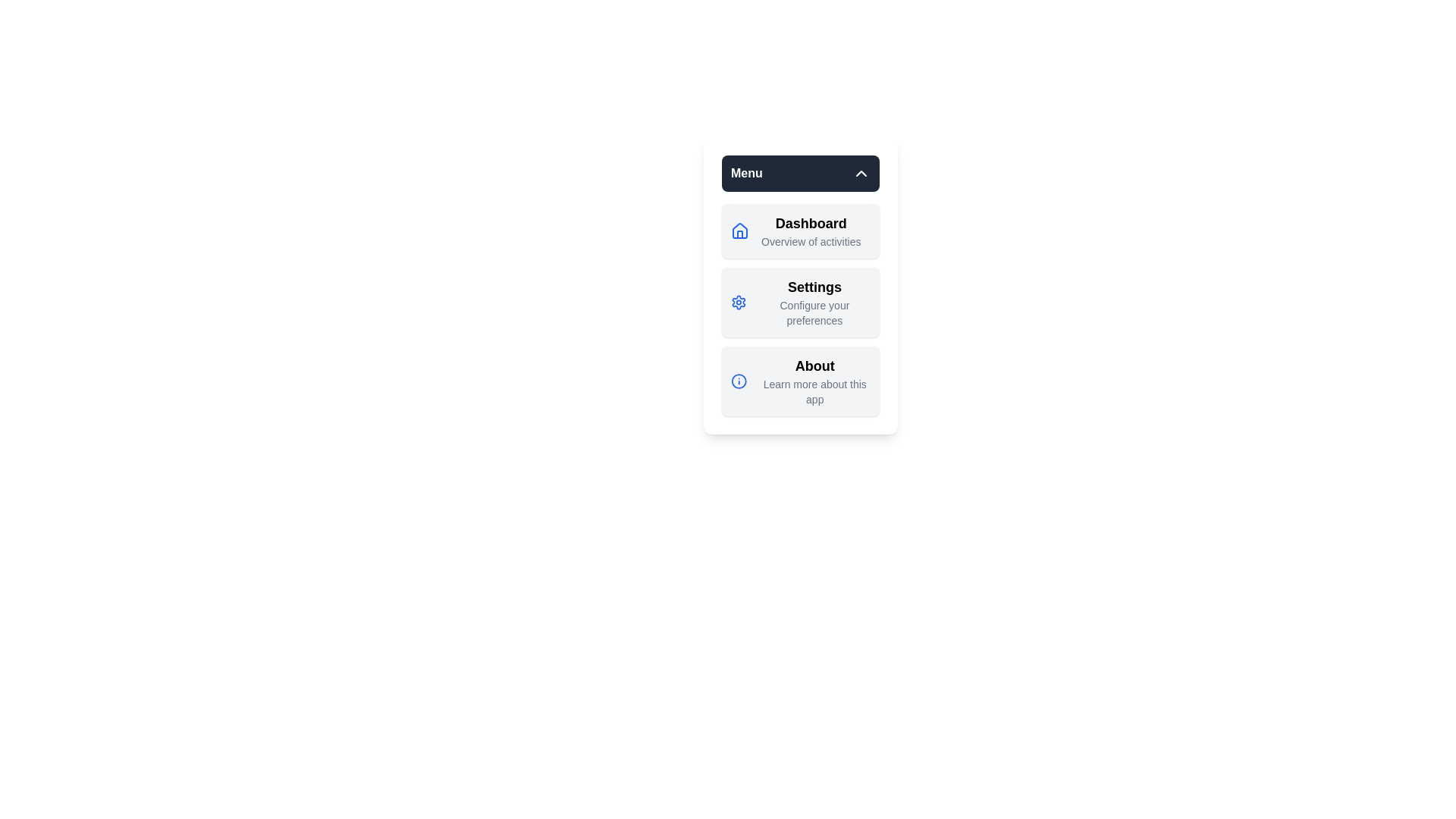 The image size is (1456, 819). What do you see at coordinates (739, 380) in the screenshot?
I see `the menu item icon corresponding to About` at bounding box center [739, 380].